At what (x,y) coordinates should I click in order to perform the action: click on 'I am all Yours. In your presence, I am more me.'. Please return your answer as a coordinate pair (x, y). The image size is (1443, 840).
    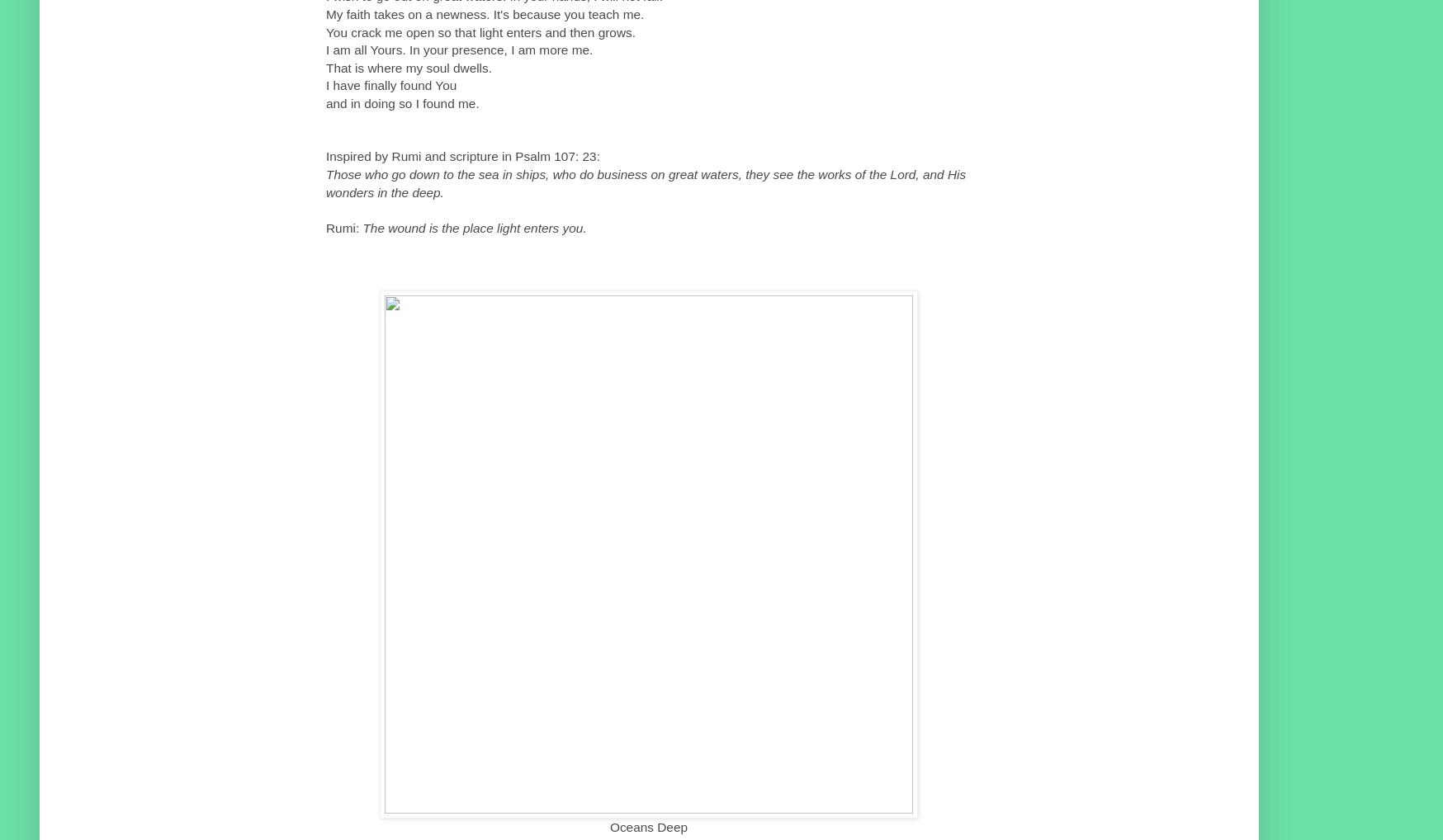
    Looking at the image, I should click on (459, 50).